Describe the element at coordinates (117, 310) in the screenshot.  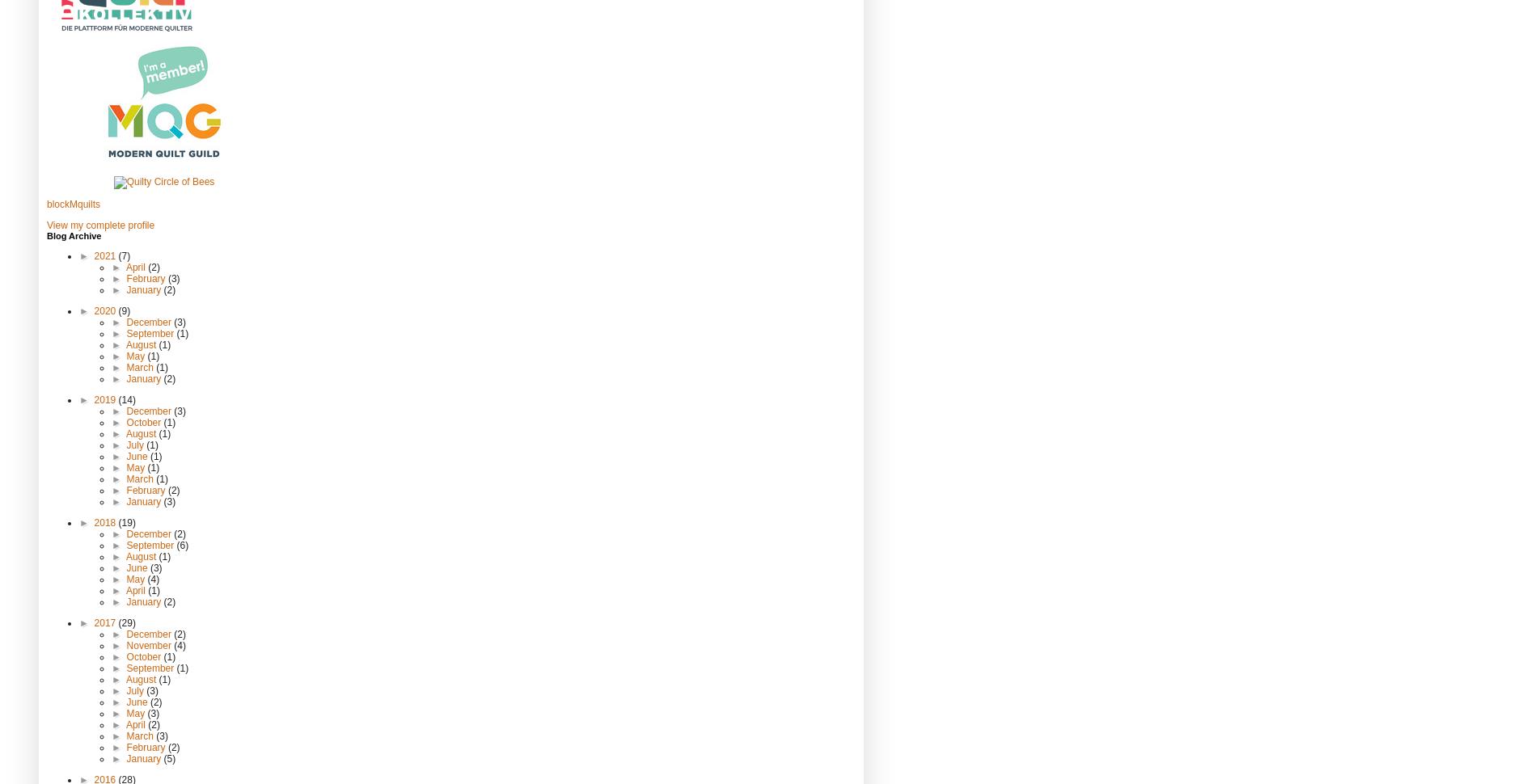
I see `'(9)'` at that location.